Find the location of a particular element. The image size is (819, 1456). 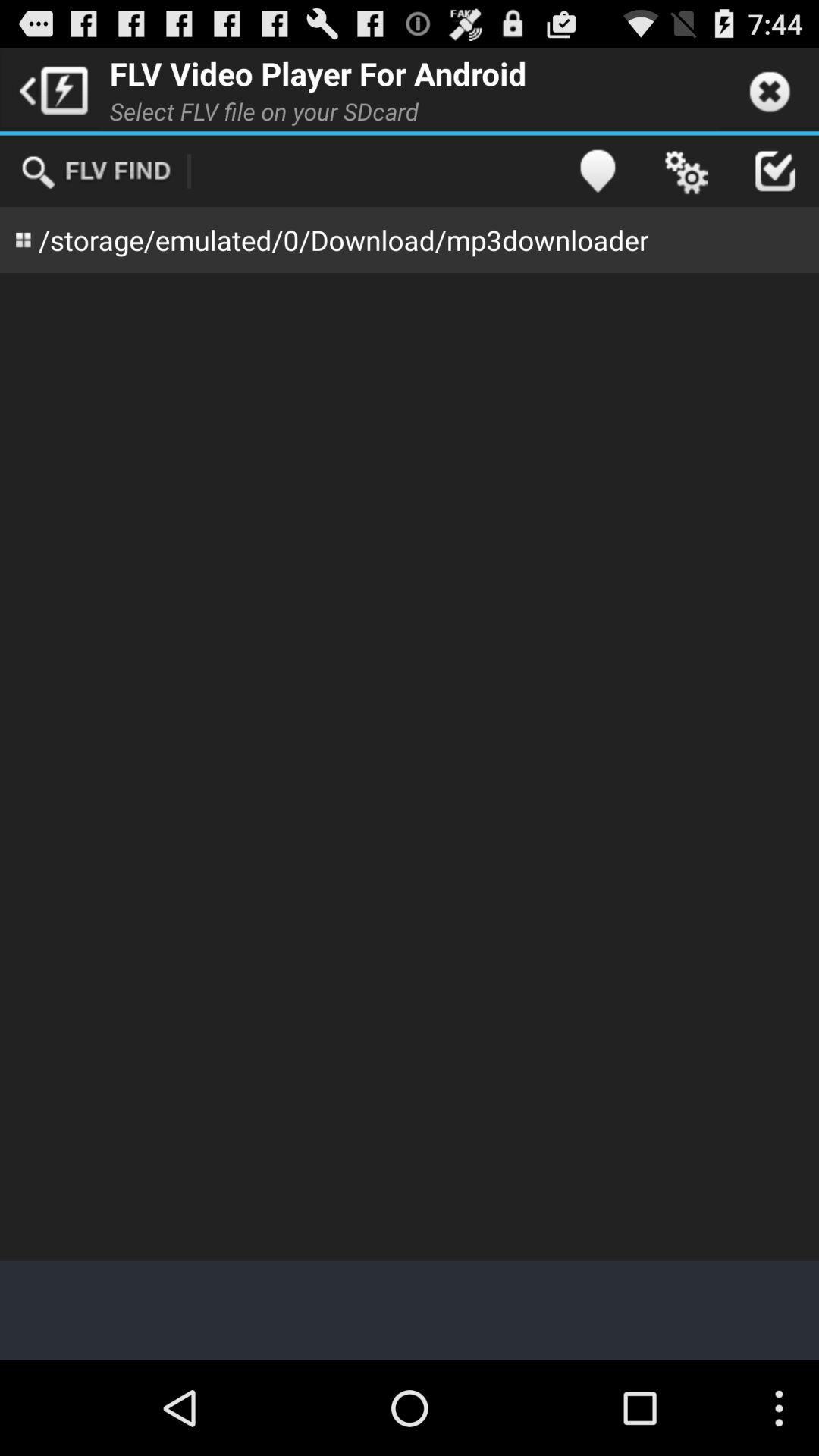

the location icon is located at coordinates (596, 182).